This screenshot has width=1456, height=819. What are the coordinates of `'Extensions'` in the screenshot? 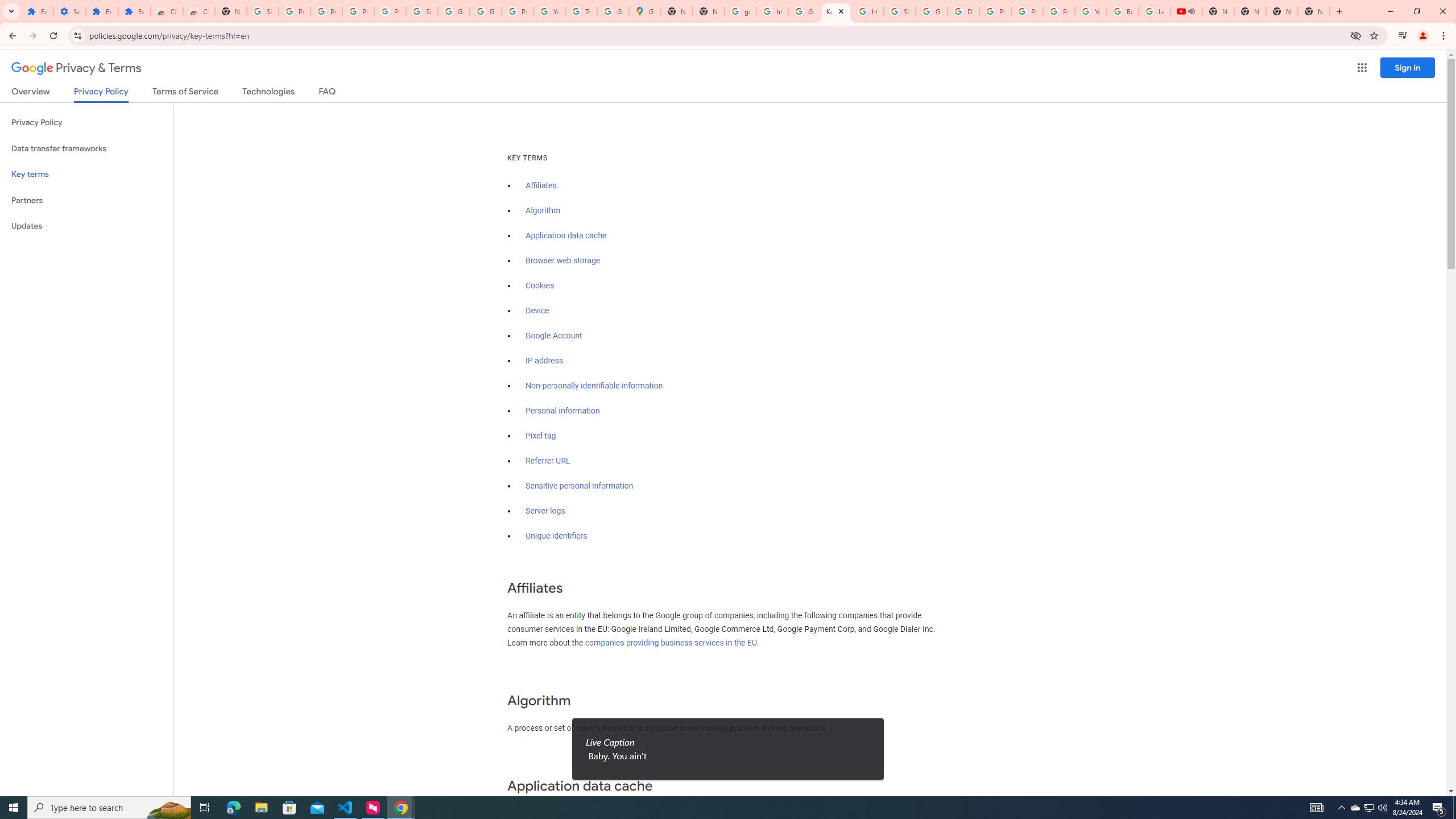 It's located at (102, 11).